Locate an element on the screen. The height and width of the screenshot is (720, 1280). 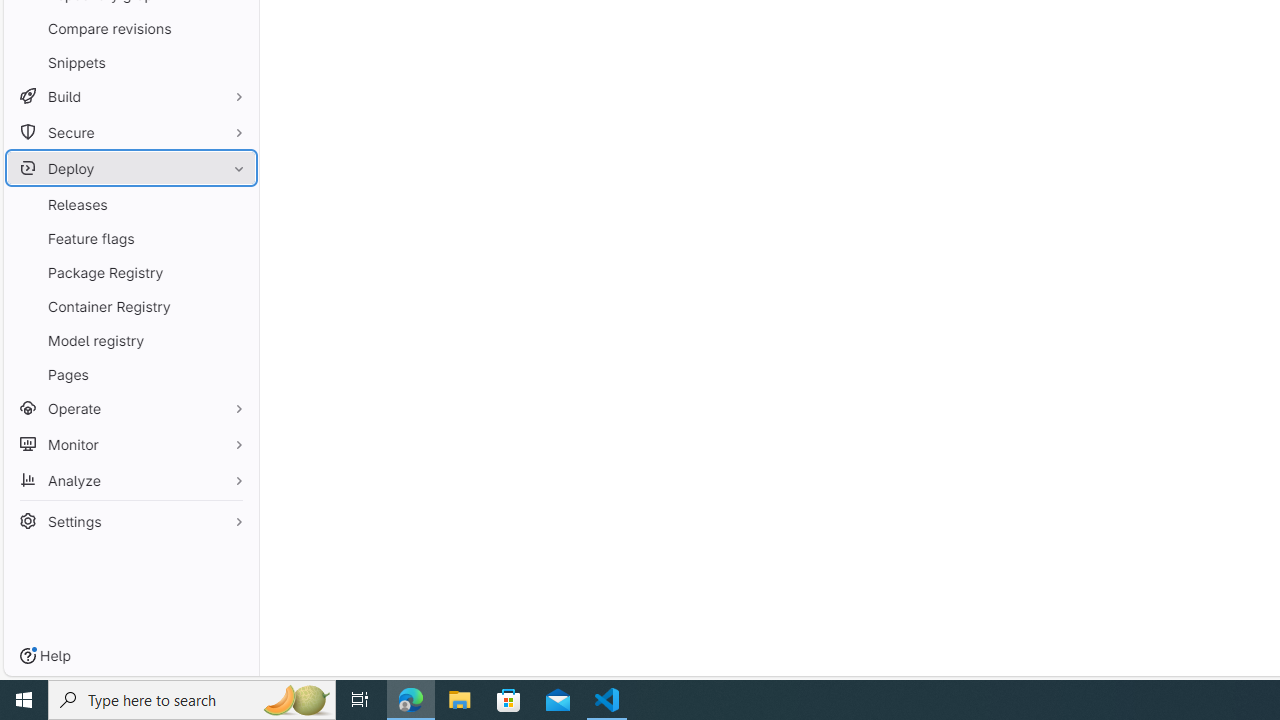
'Pin Container Registry' is located at coordinates (234, 306).